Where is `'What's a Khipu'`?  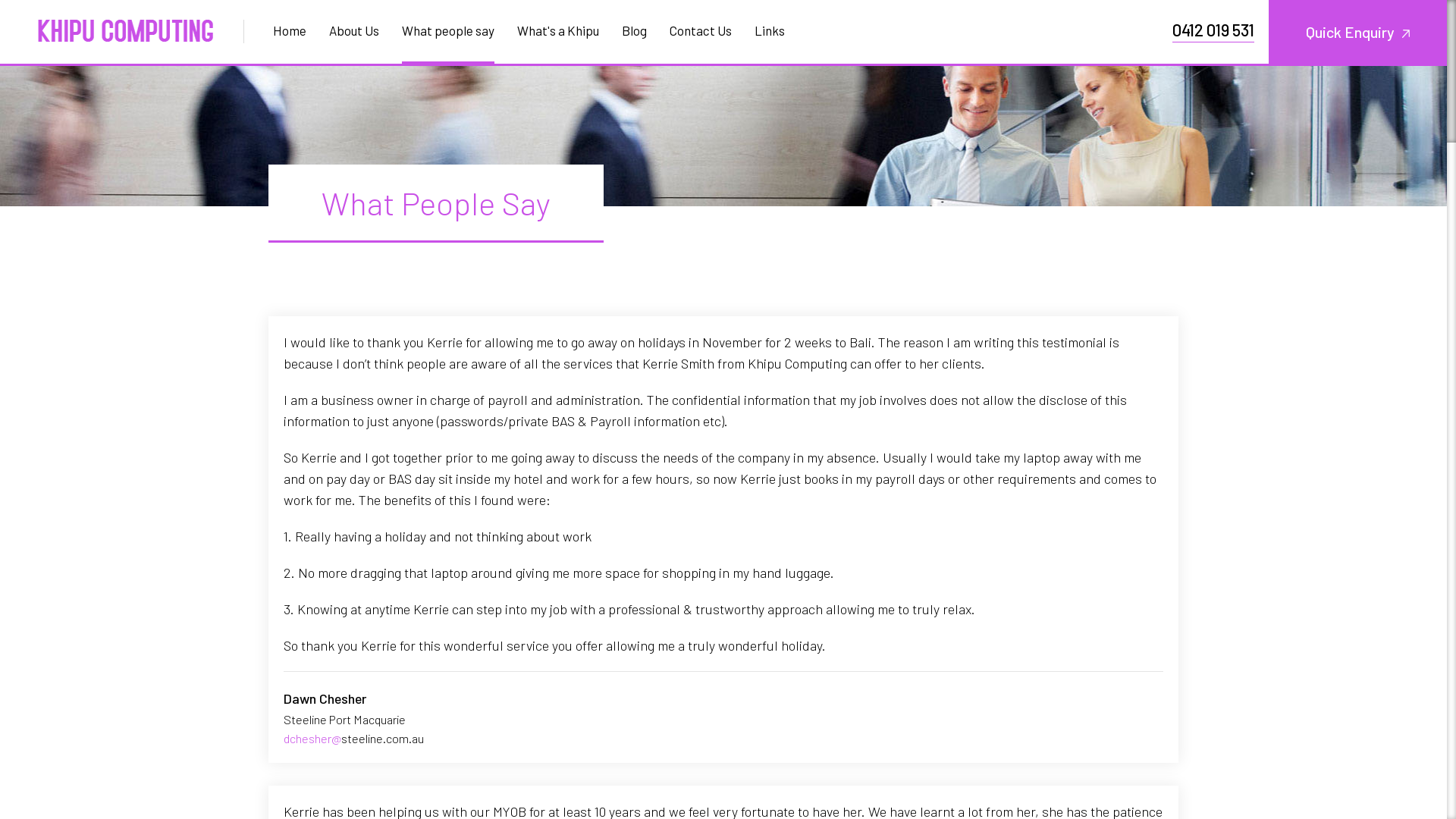
'What's a Khipu' is located at coordinates (557, 30).